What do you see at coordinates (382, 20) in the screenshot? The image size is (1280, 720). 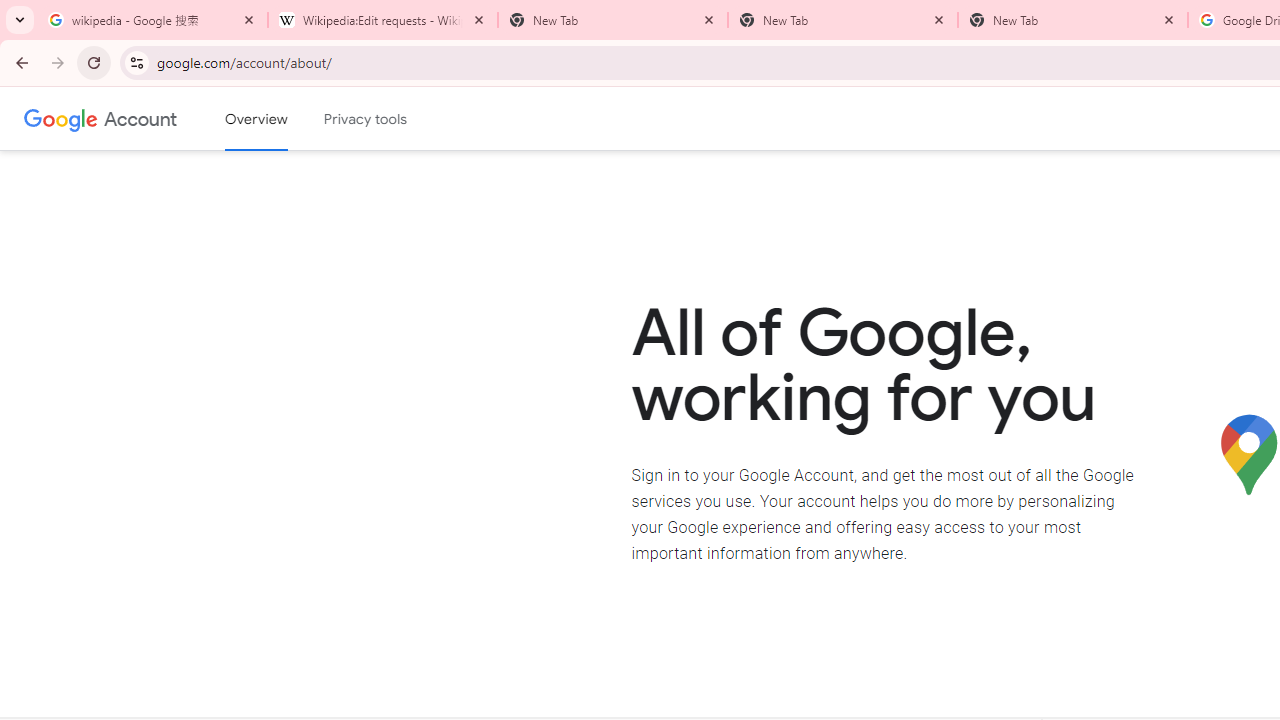 I see `'Wikipedia:Edit requests - Wikipedia'` at bounding box center [382, 20].